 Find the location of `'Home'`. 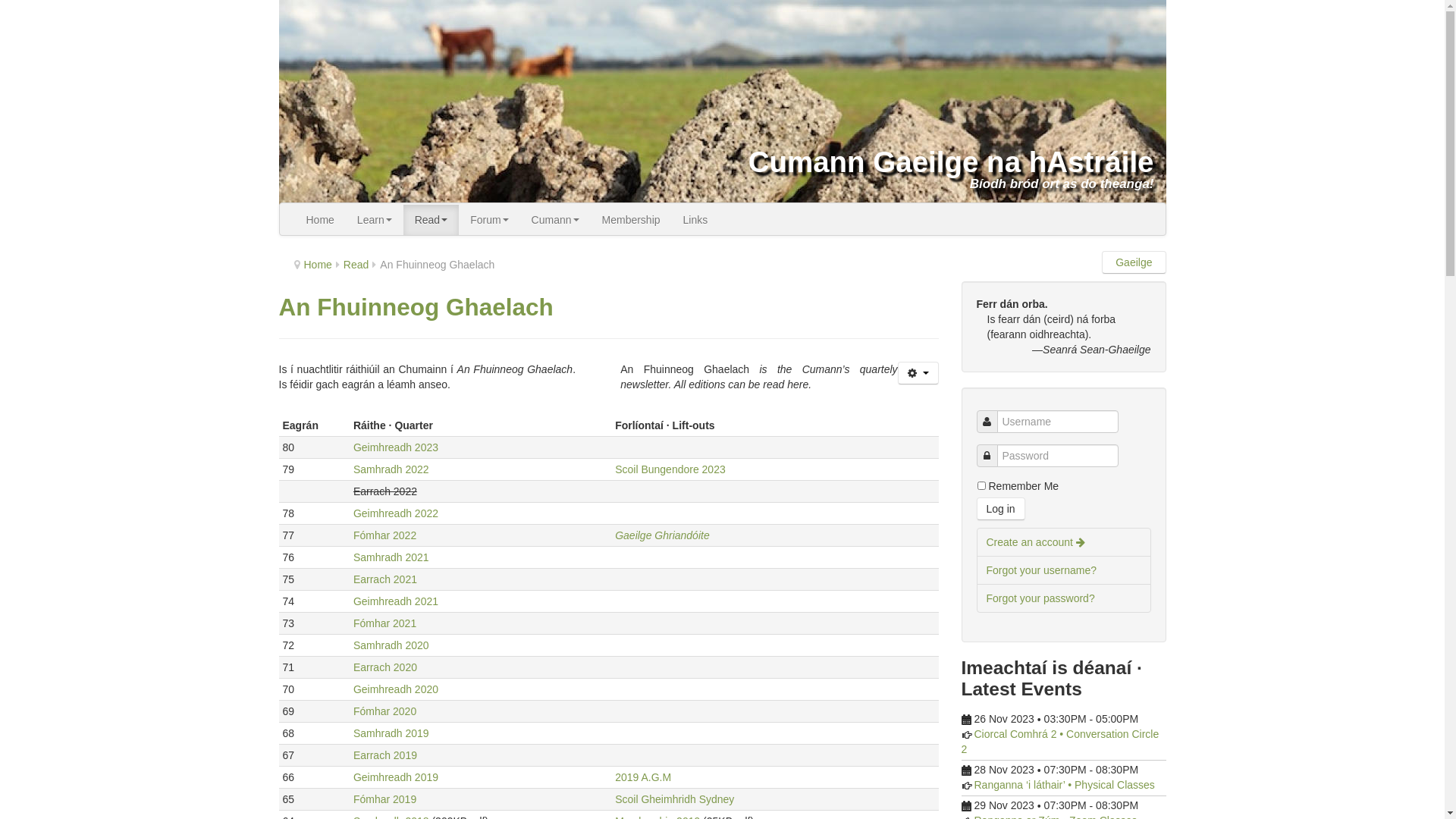

'Home' is located at coordinates (316, 263).